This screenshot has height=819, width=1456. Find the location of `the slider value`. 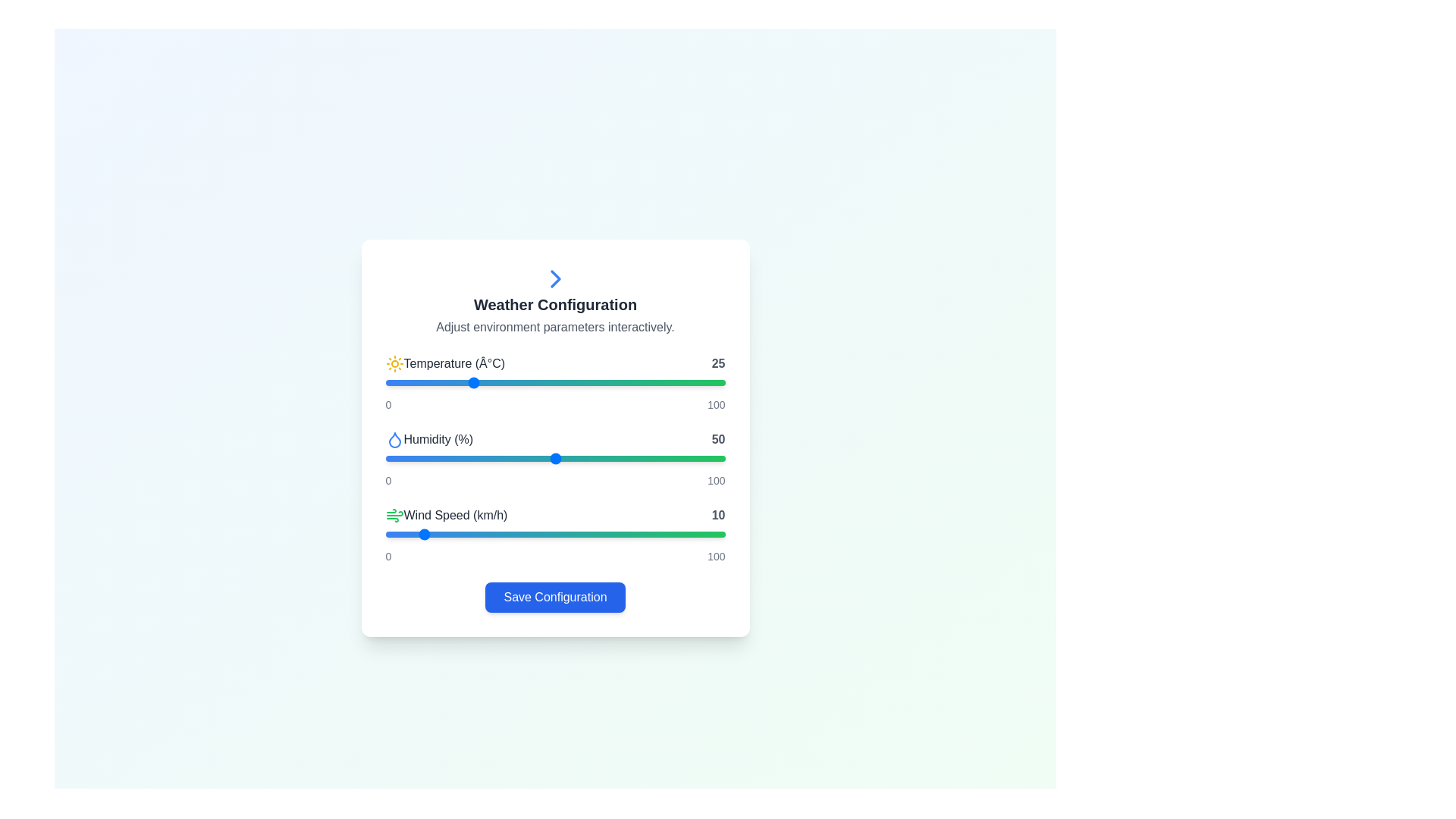

the slider value is located at coordinates (500, 458).